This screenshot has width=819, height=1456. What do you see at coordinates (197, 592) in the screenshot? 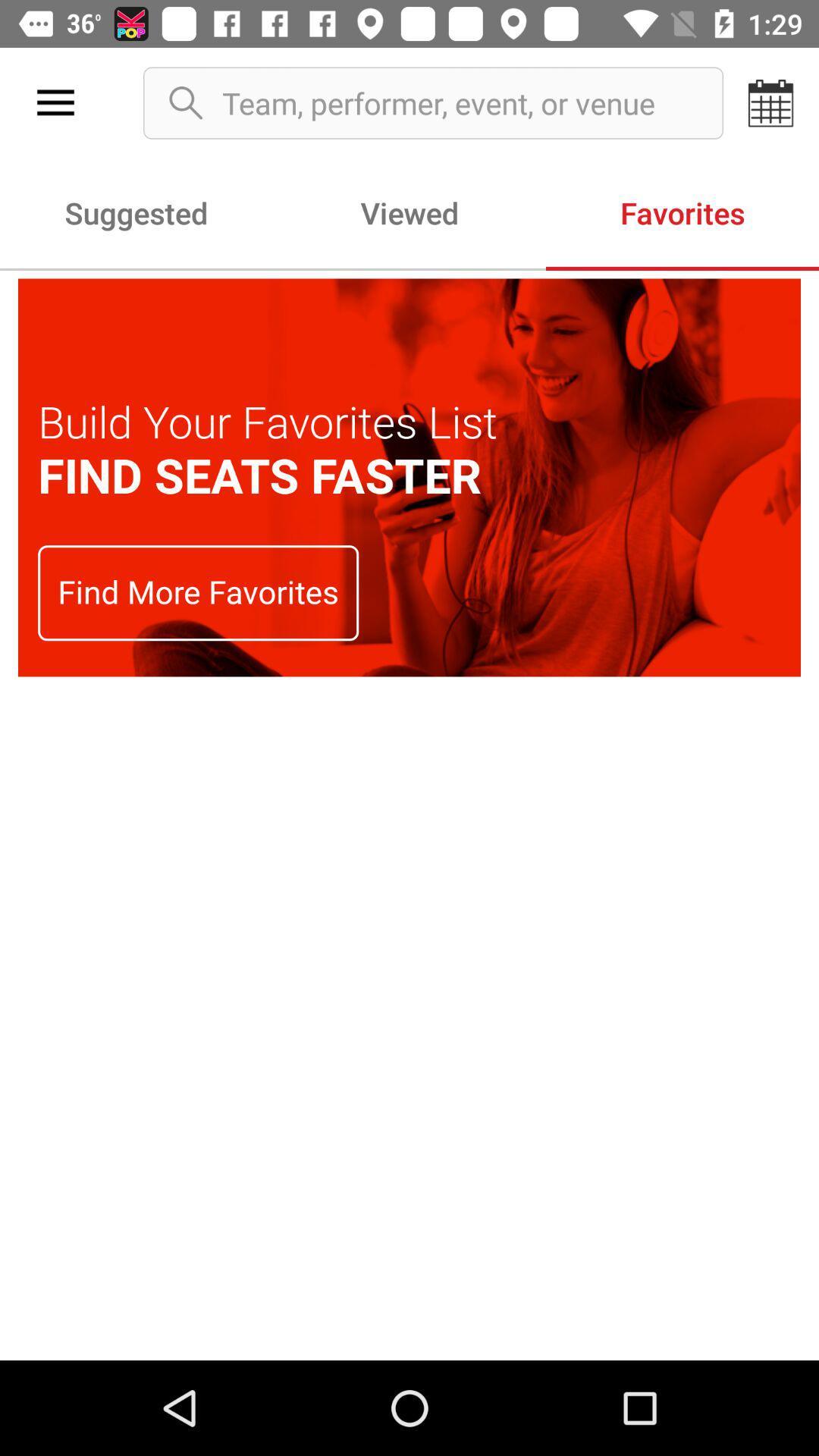
I see `find more favorites on the left` at bounding box center [197, 592].